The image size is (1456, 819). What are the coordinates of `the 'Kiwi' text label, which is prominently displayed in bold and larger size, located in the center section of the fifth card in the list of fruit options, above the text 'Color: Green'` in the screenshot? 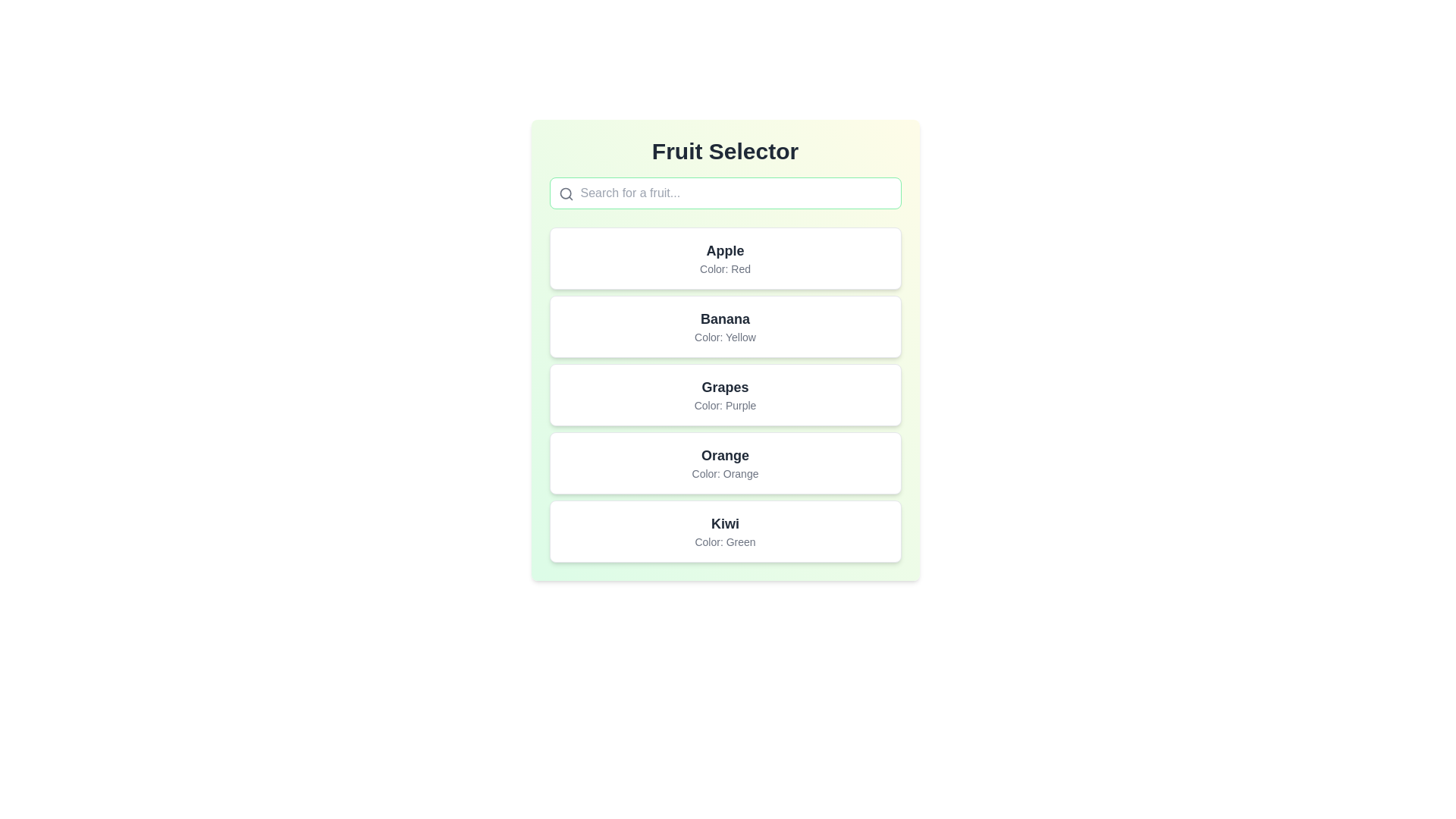 It's located at (724, 522).